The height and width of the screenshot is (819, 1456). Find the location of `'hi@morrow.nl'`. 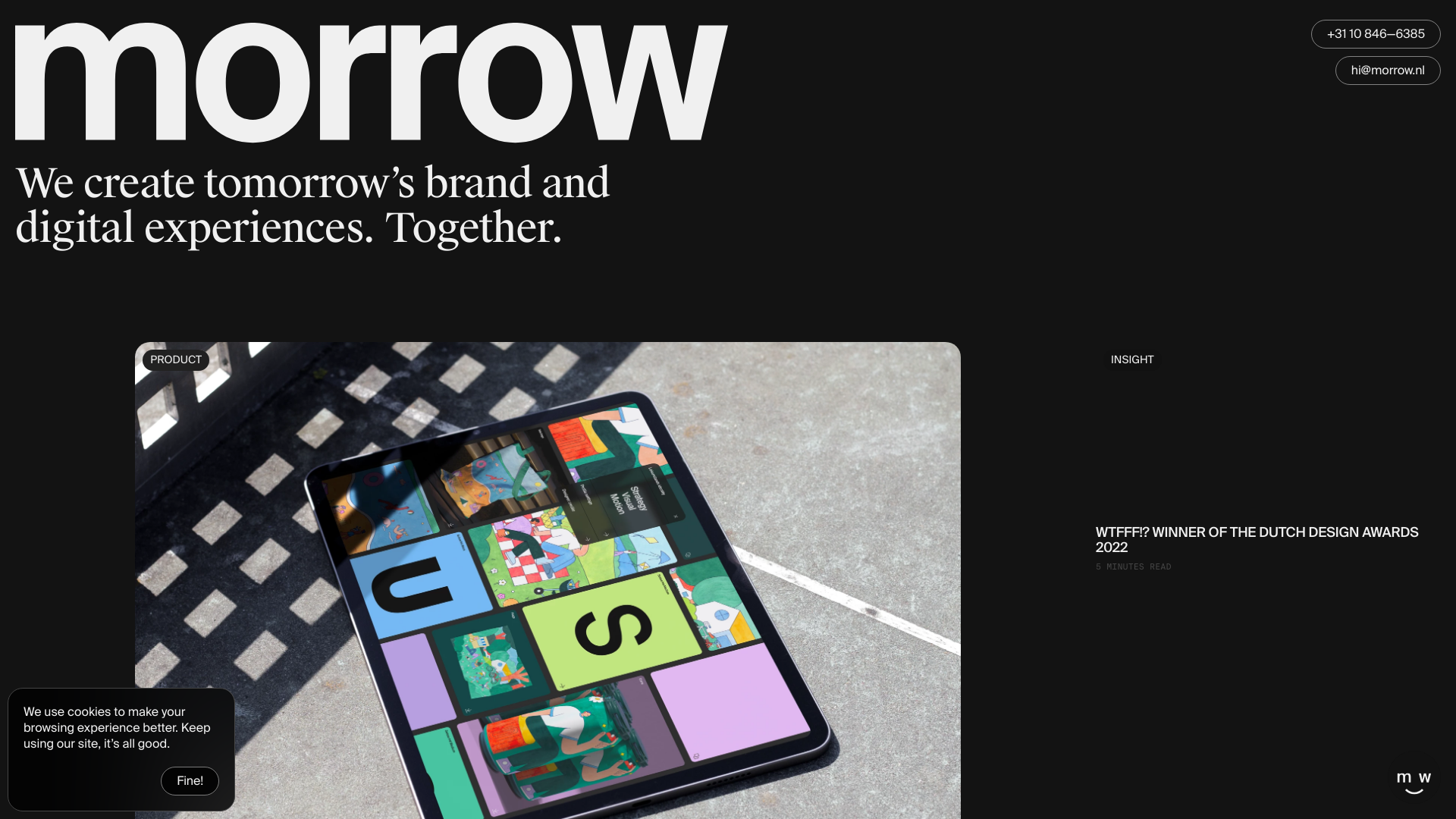

'hi@morrow.nl' is located at coordinates (1388, 70).